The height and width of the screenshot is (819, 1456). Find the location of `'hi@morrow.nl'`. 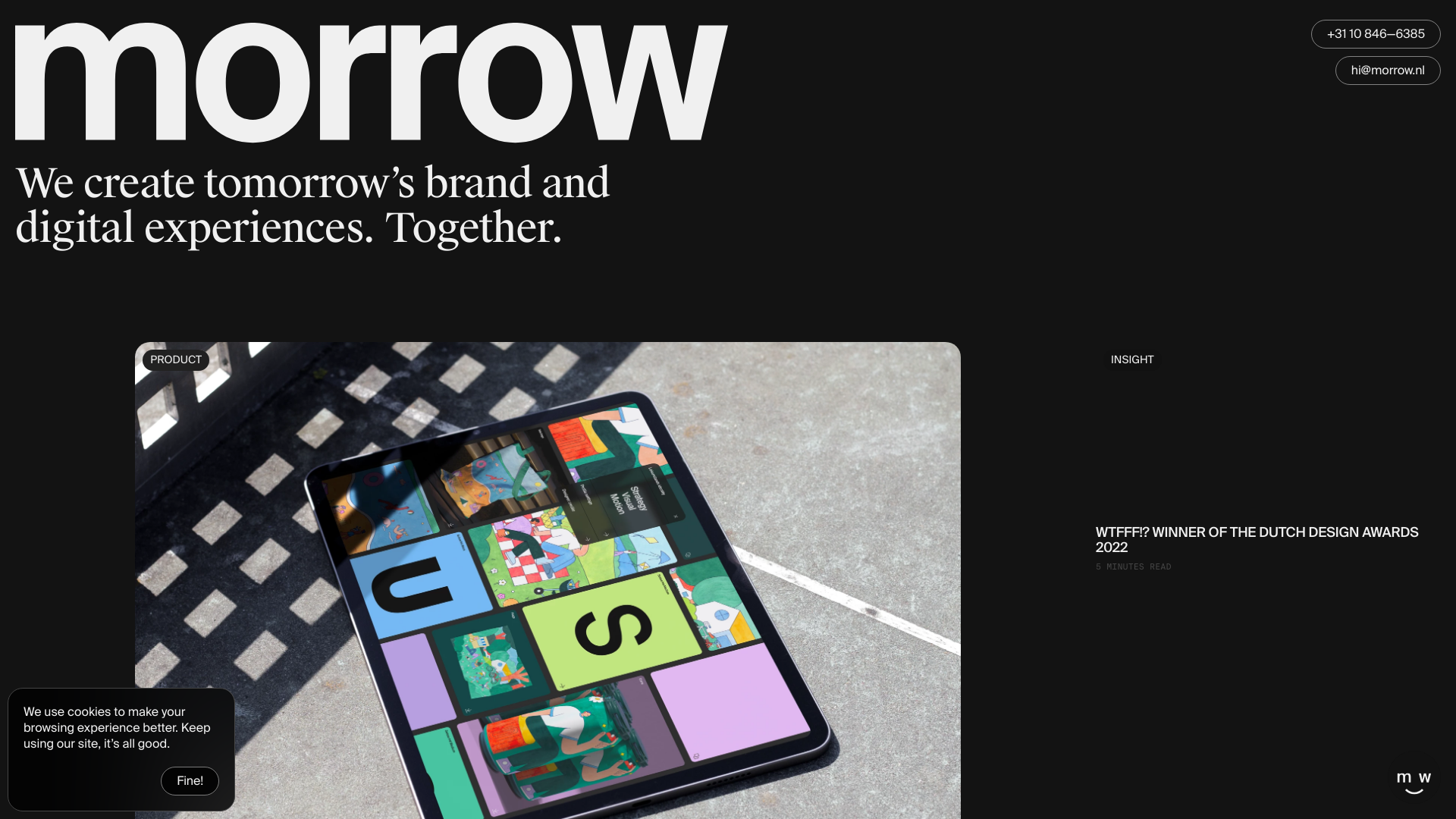

'hi@morrow.nl' is located at coordinates (1388, 70).